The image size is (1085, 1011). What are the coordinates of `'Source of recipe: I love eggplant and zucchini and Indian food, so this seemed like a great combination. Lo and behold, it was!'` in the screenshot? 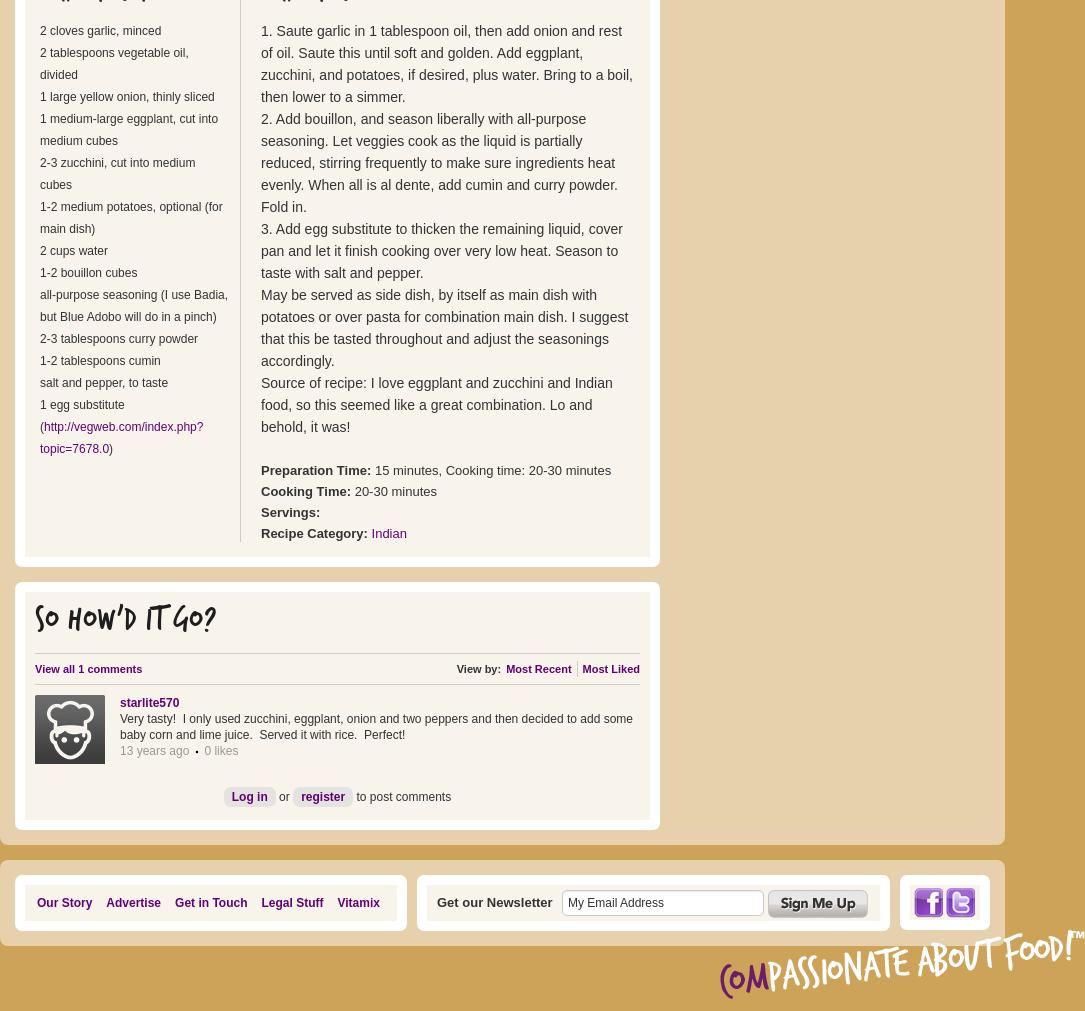 It's located at (435, 404).